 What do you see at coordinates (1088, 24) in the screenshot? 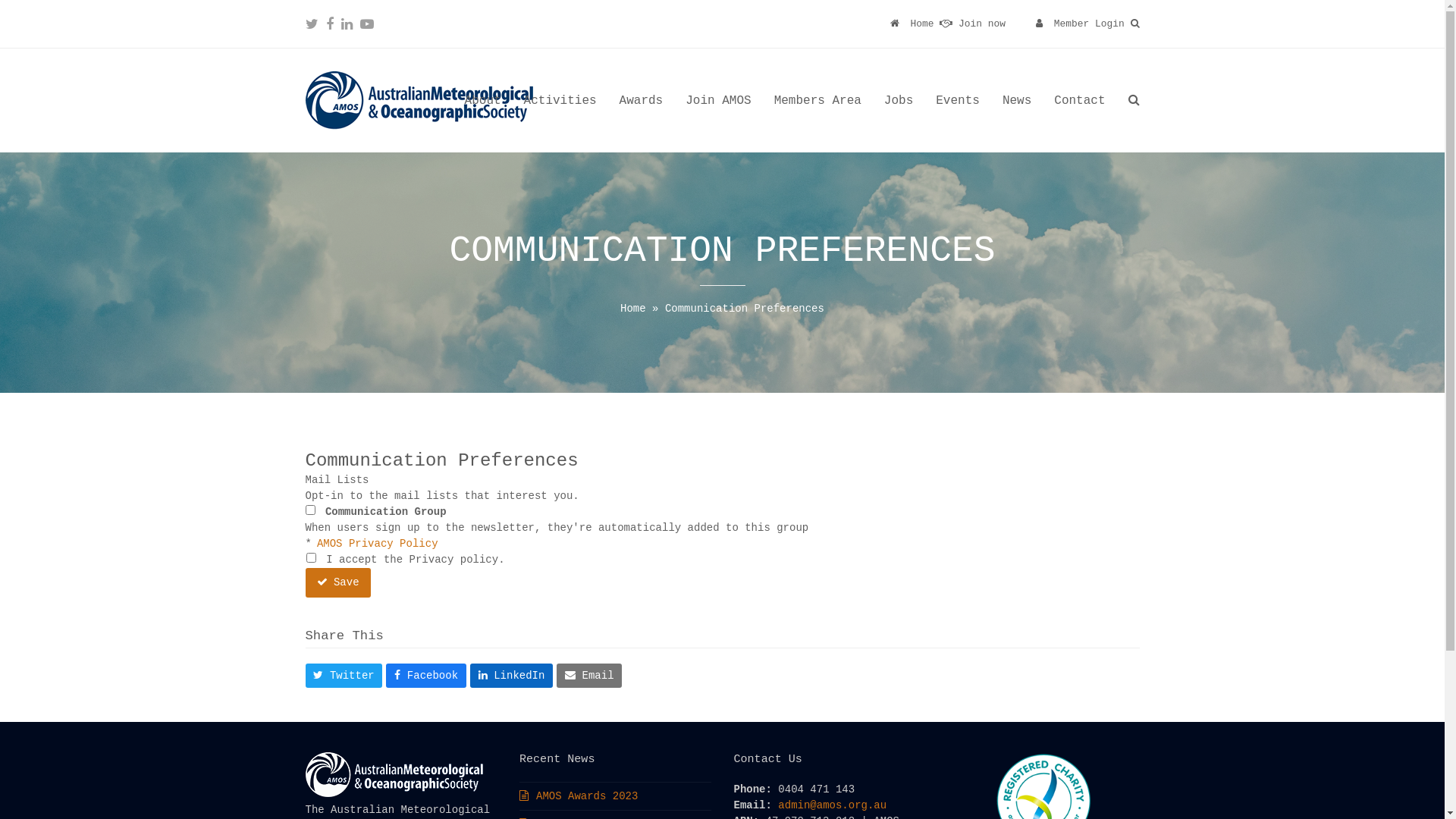
I see `'Member Login'` at bounding box center [1088, 24].